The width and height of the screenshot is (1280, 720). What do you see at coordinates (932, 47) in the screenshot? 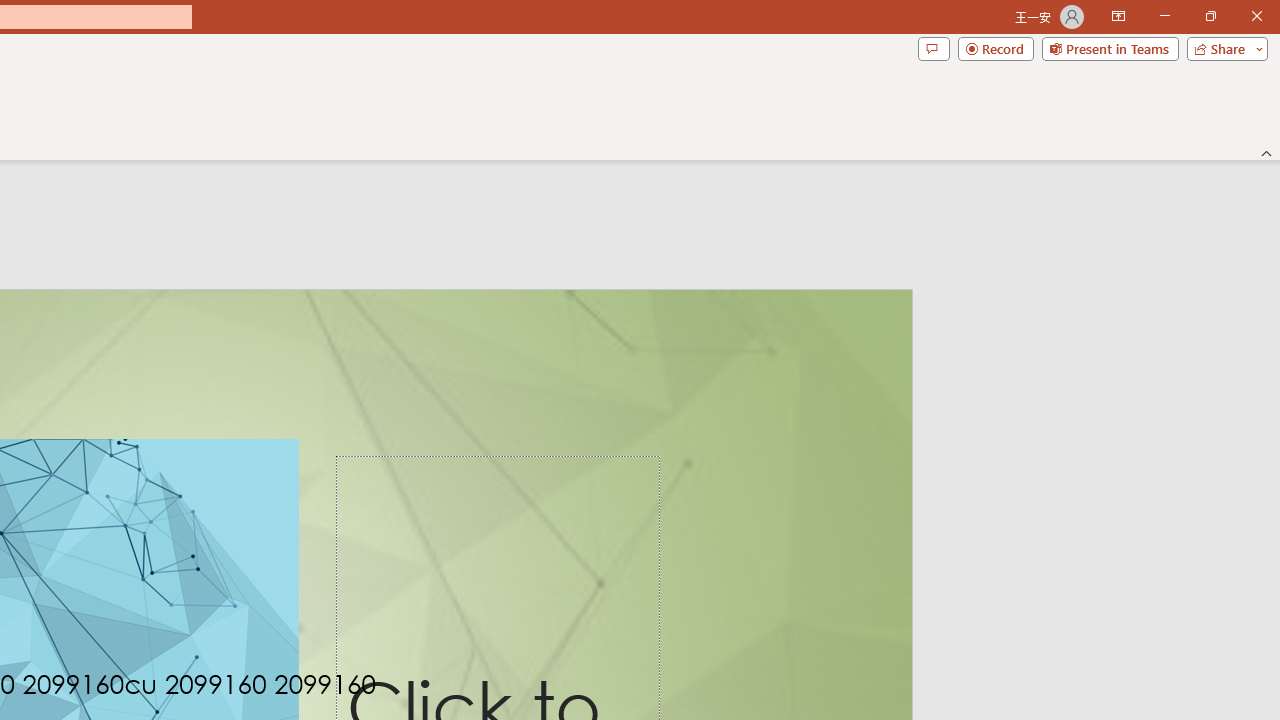
I see `'Comments'` at bounding box center [932, 47].